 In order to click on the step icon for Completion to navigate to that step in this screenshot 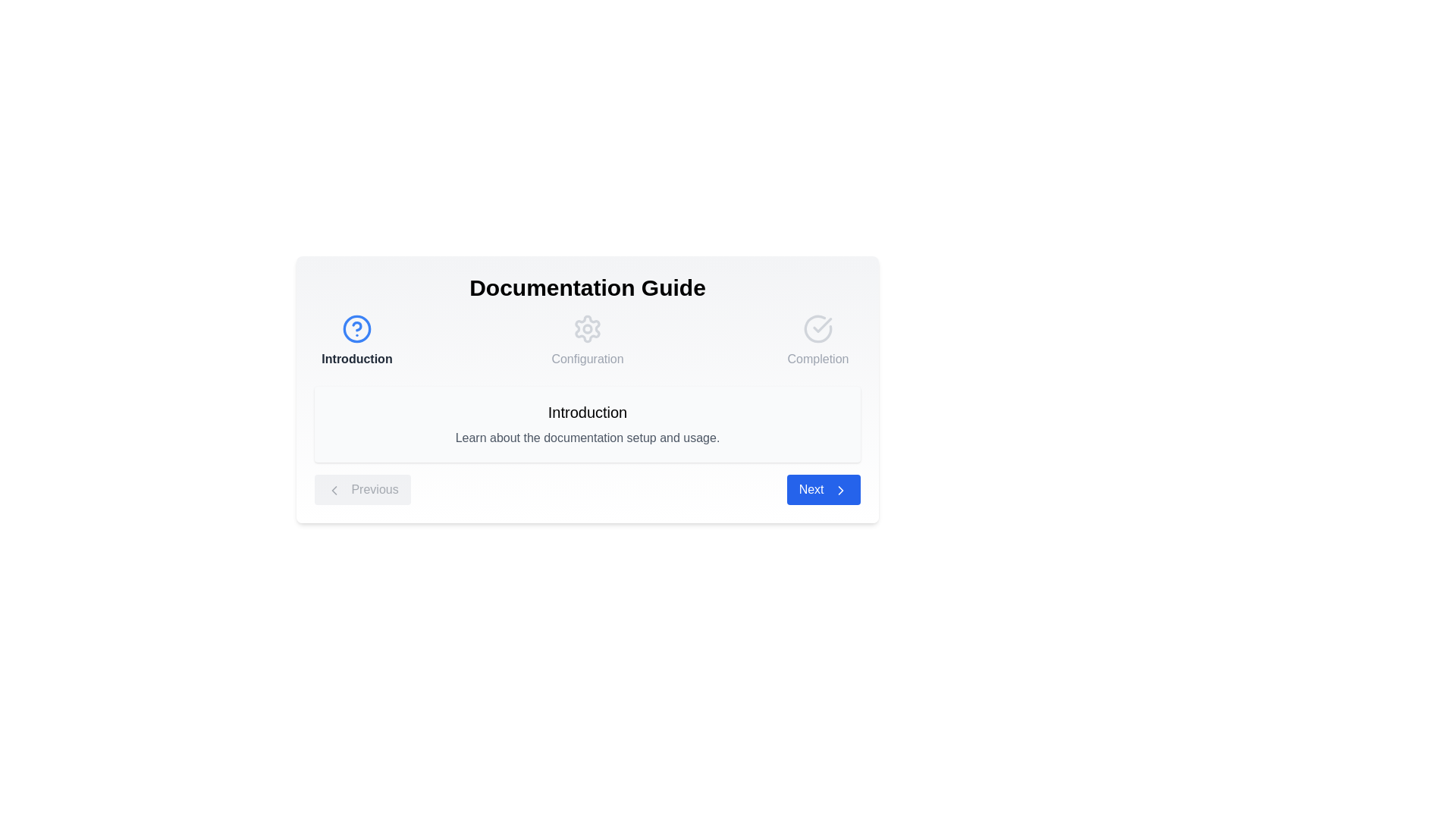, I will do `click(817, 328)`.